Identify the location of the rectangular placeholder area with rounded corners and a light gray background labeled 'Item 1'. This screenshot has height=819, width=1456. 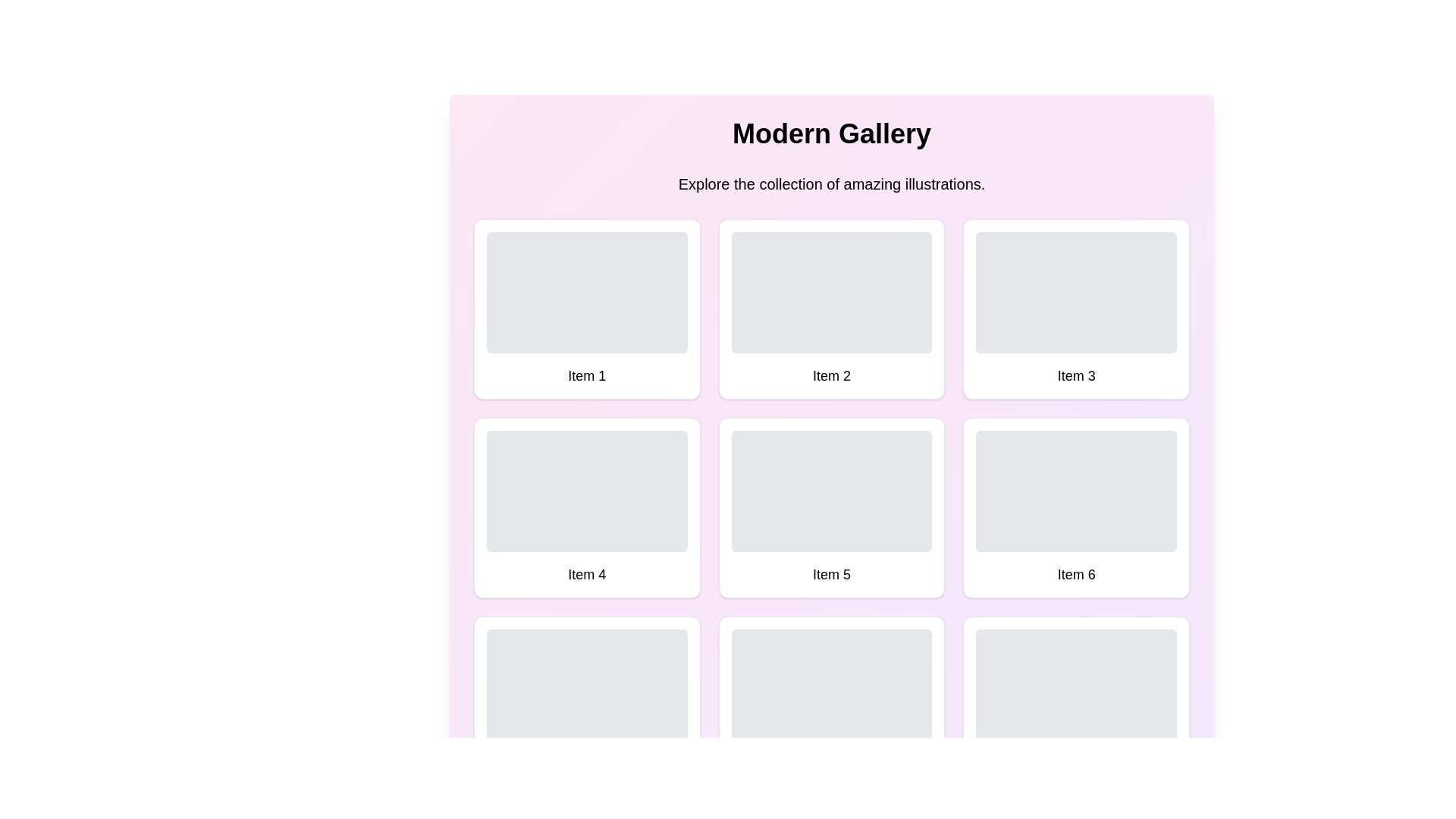
(586, 292).